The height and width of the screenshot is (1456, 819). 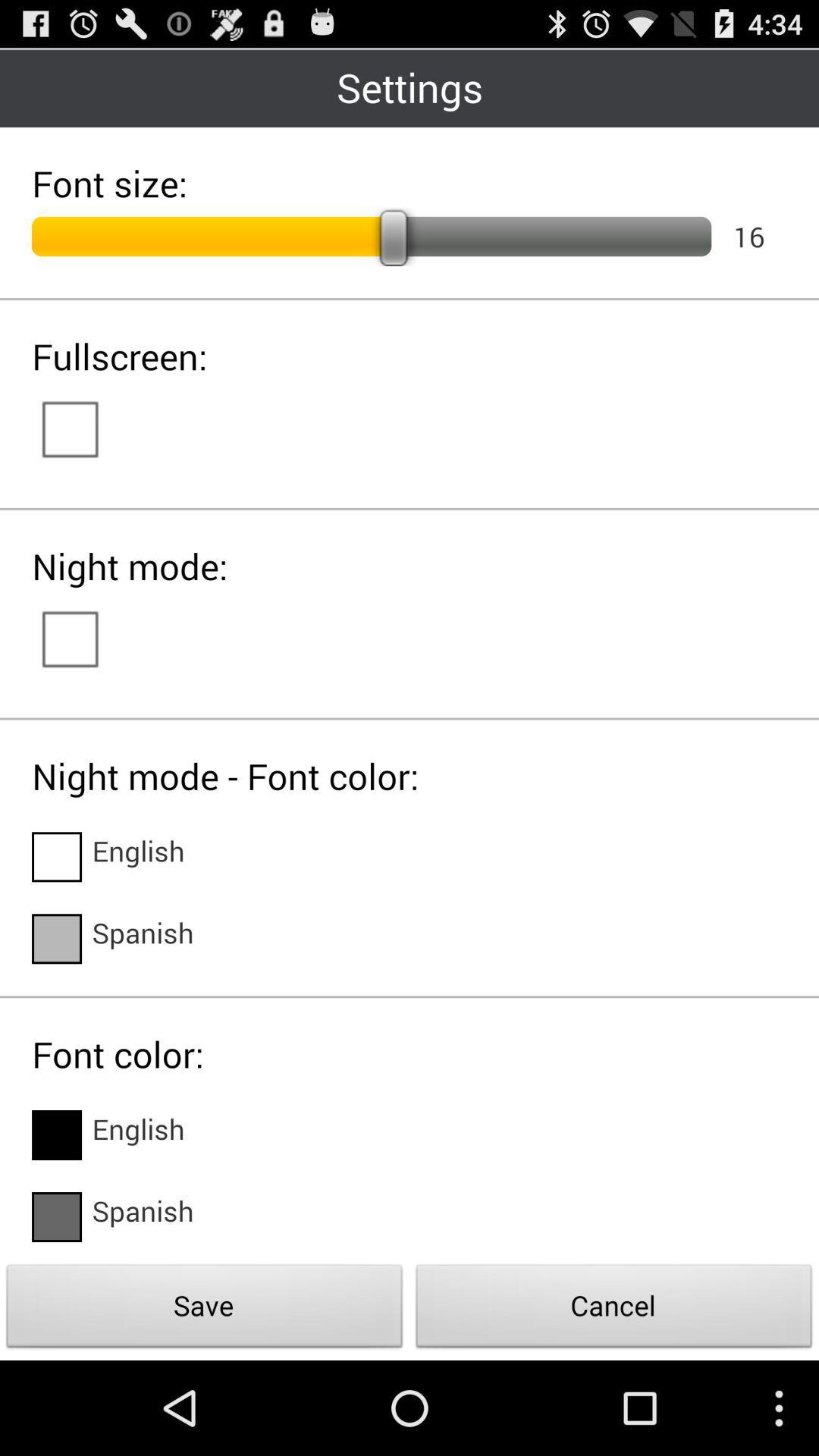 I want to click on language, so click(x=55, y=938).